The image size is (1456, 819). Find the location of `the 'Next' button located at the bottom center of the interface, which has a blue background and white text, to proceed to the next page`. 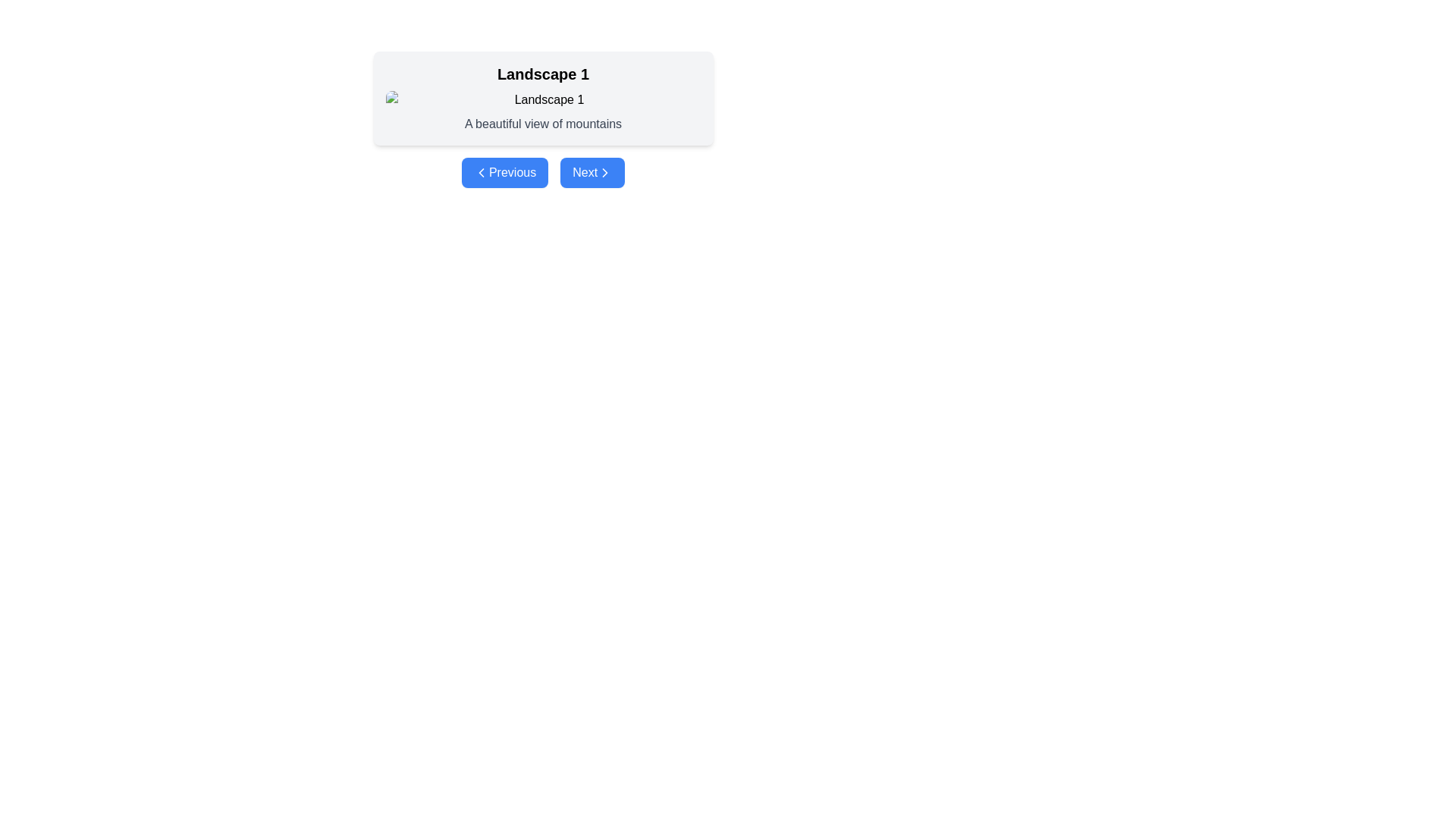

the 'Next' button located at the bottom center of the interface, which has a blue background and white text, to proceed to the next page is located at coordinates (591, 171).